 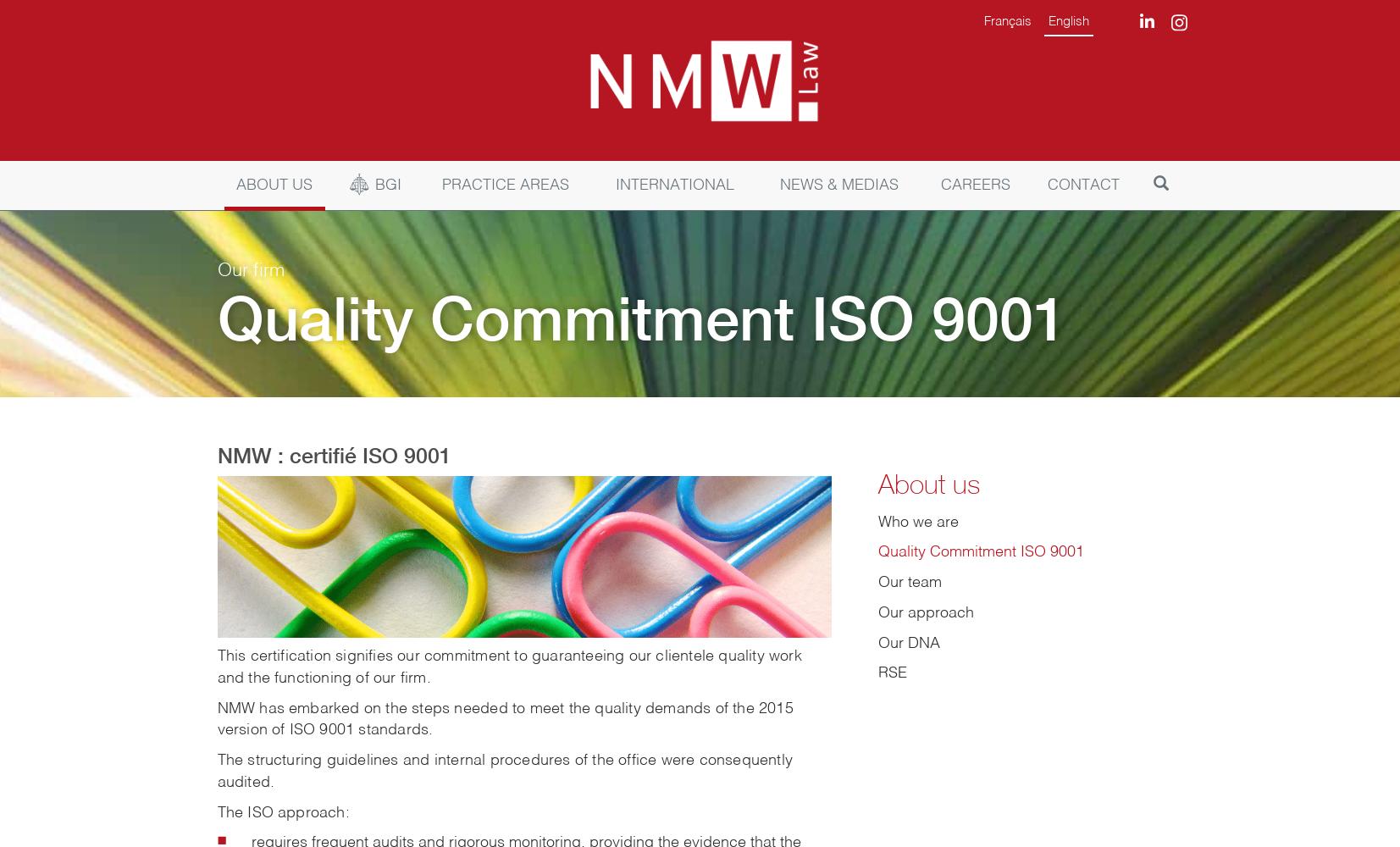 What do you see at coordinates (614, 184) in the screenshot?
I see `'INTERNATIONAL'` at bounding box center [614, 184].